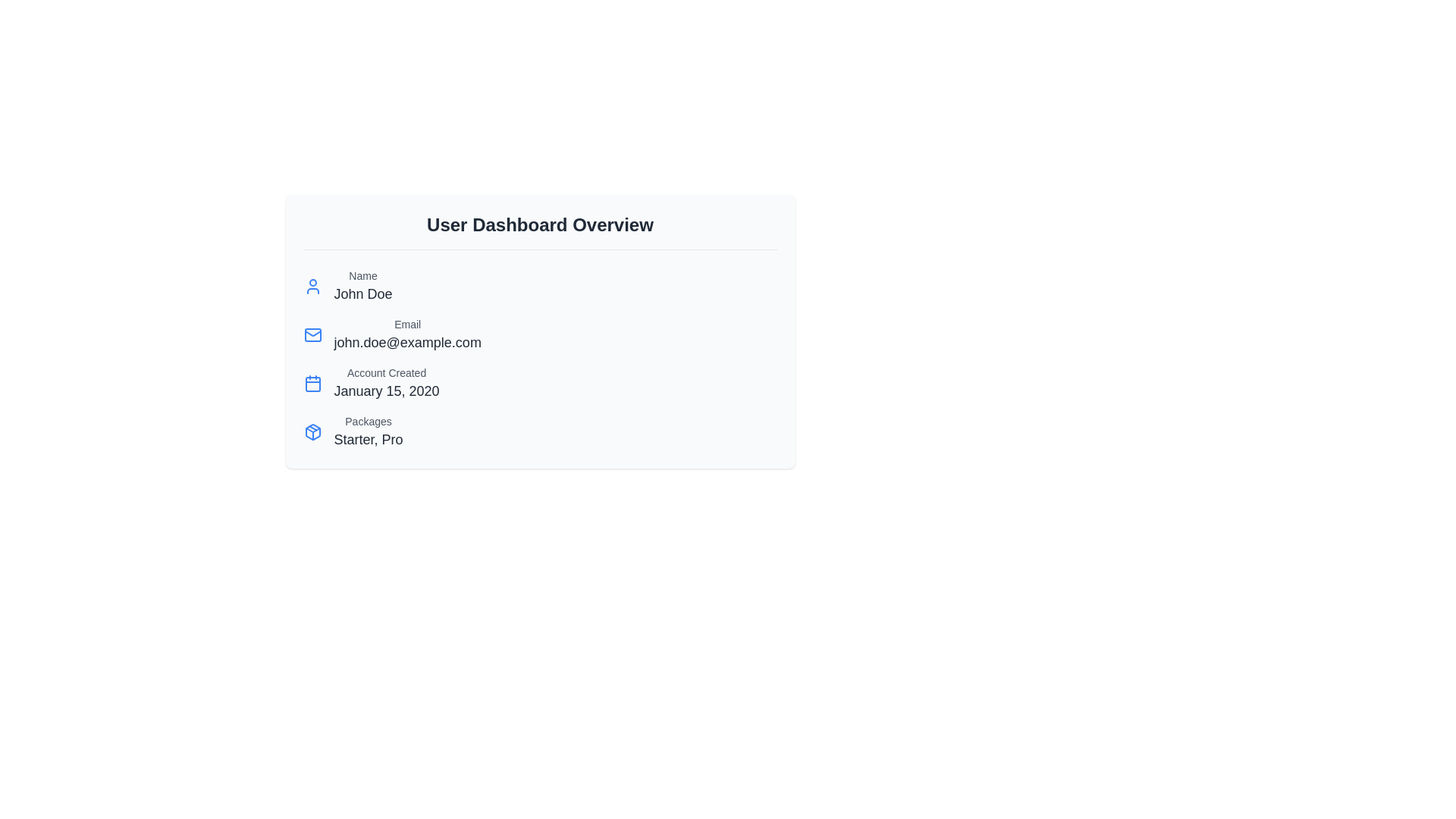 The width and height of the screenshot is (1456, 819). I want to click on the text block displaying the user's email address, which is located below the 'John Doe' user name in the User Dashboard Overview, so click(407, 334).